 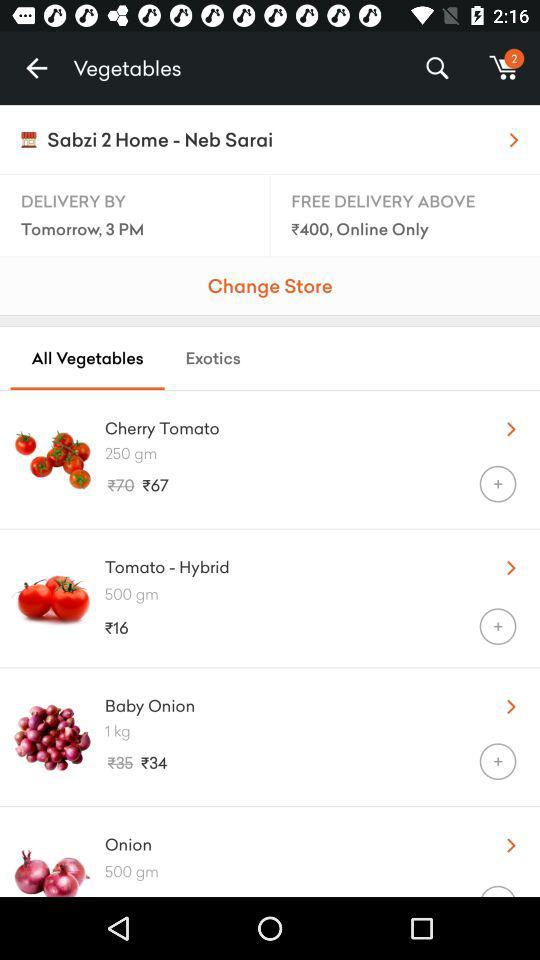 What do you see at coordinates (287, 563) in the screenshot?
I see `the item to the left of u item` at bounding box center [287, 563].